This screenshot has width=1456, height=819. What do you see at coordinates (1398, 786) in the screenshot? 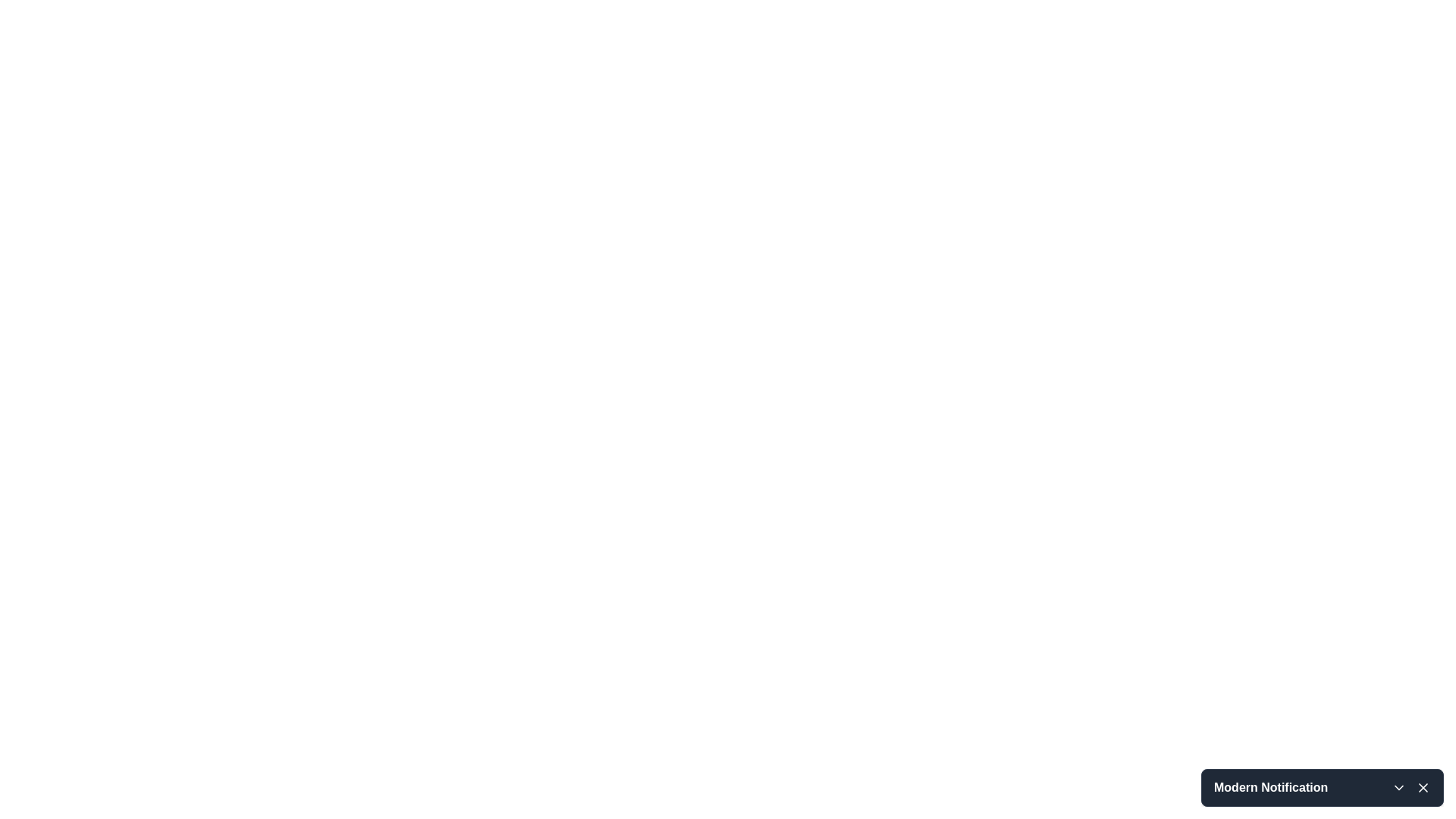
I see `the downward-facing chevron icon button, located at the bottom-right corner of the notification bar` at bounding box center [1398, 786].